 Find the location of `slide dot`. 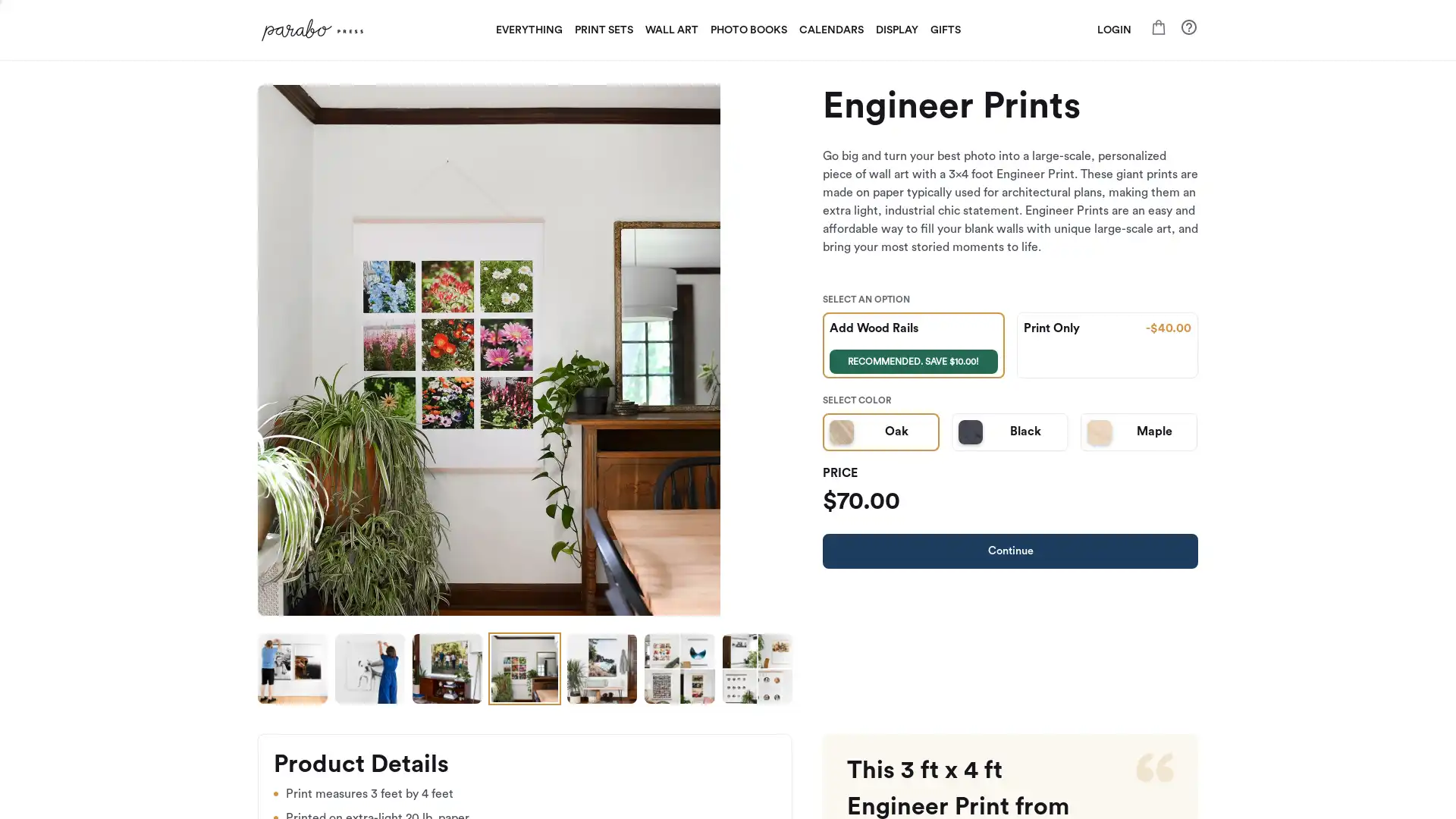

slide dot is located at coordinates (757, 668).